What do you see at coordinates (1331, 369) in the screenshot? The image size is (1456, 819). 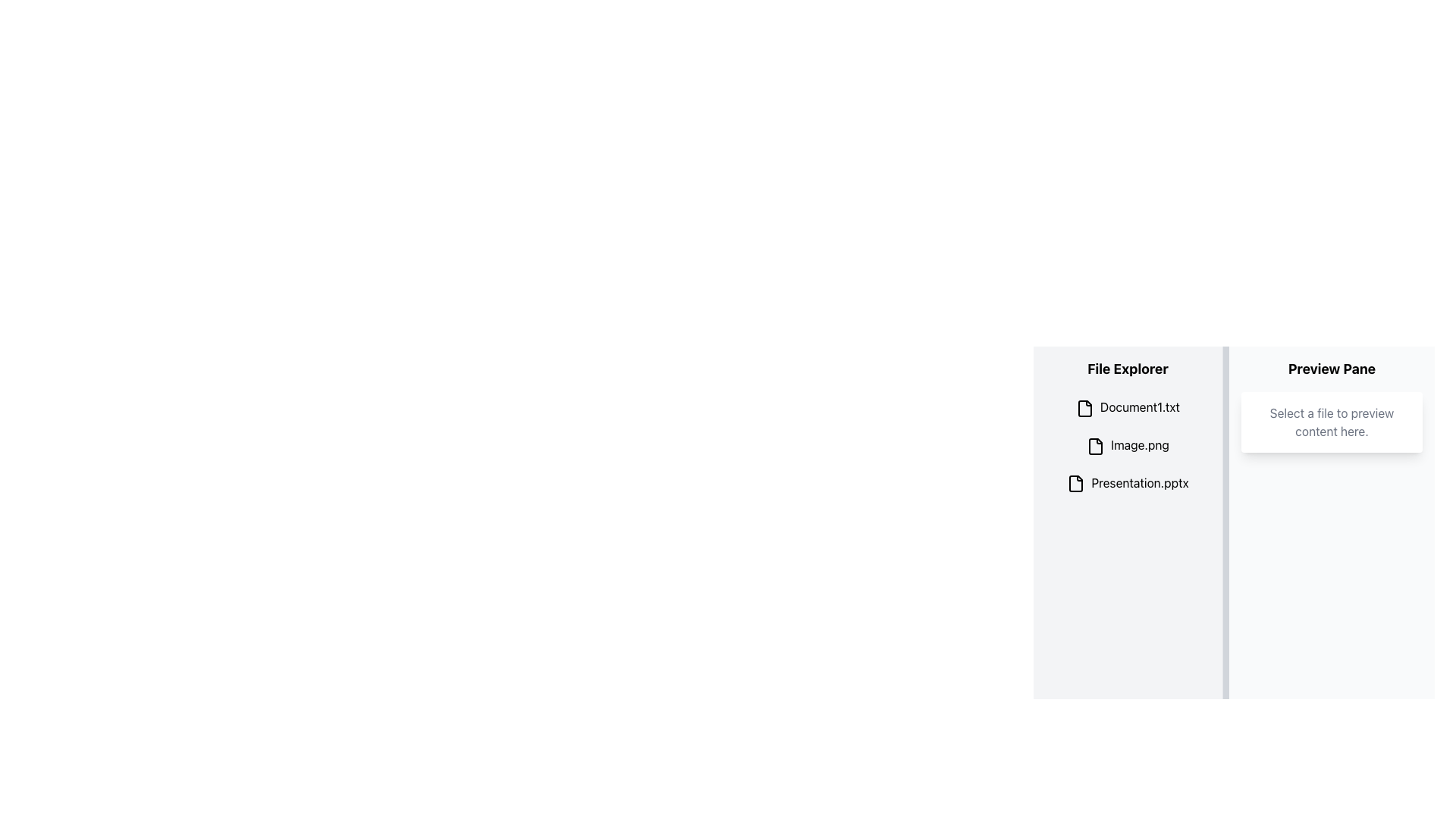 I see `the Text label that indicates the purpose of the panel as the preview area for selected file content, located at the top of the right-side panel labeled 'Preview Pane'` at bounding box center [1331, 369].